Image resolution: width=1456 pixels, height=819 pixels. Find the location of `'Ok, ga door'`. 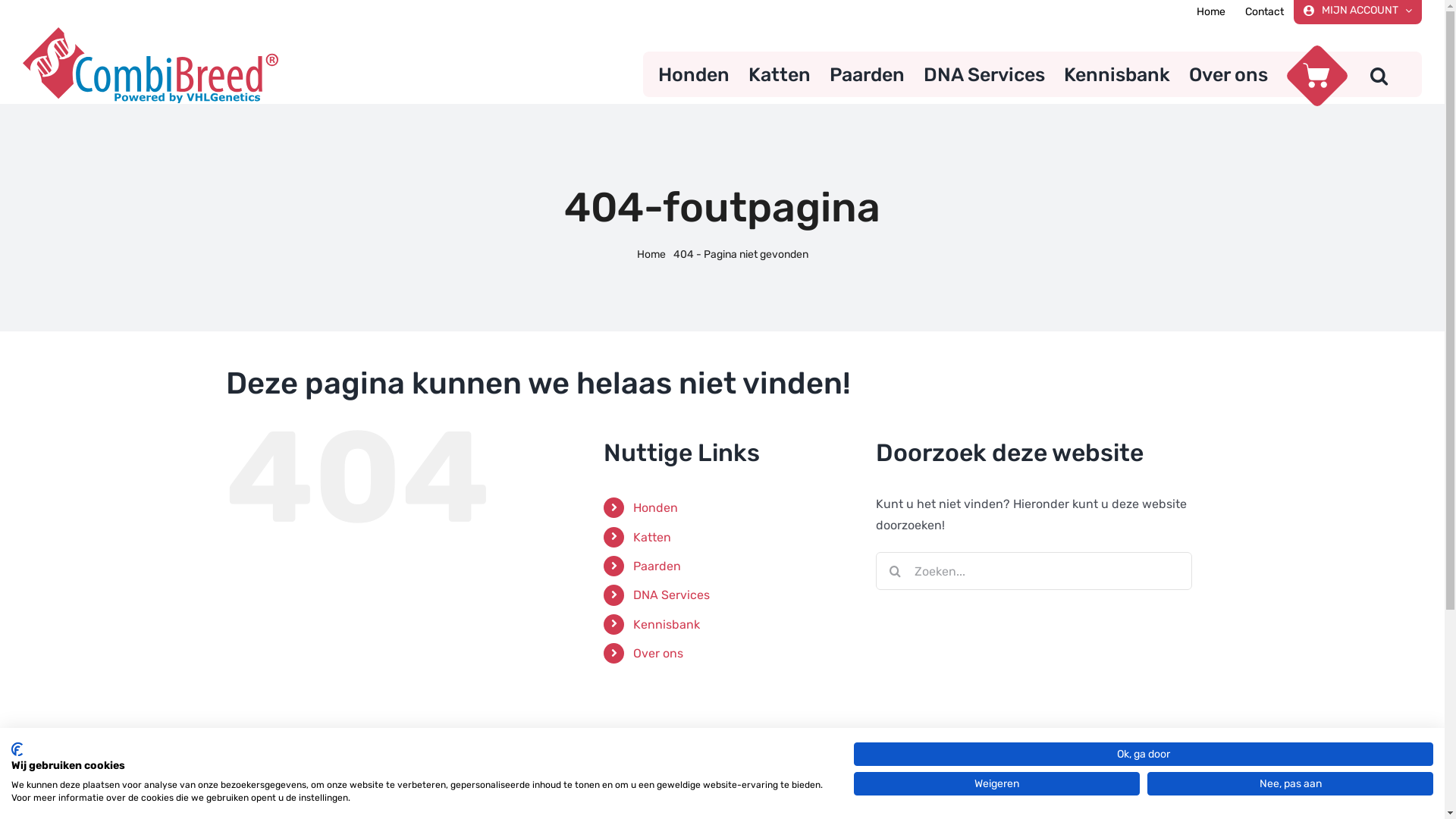

'Ok, ga door' is located at coordinates (1143, 754).